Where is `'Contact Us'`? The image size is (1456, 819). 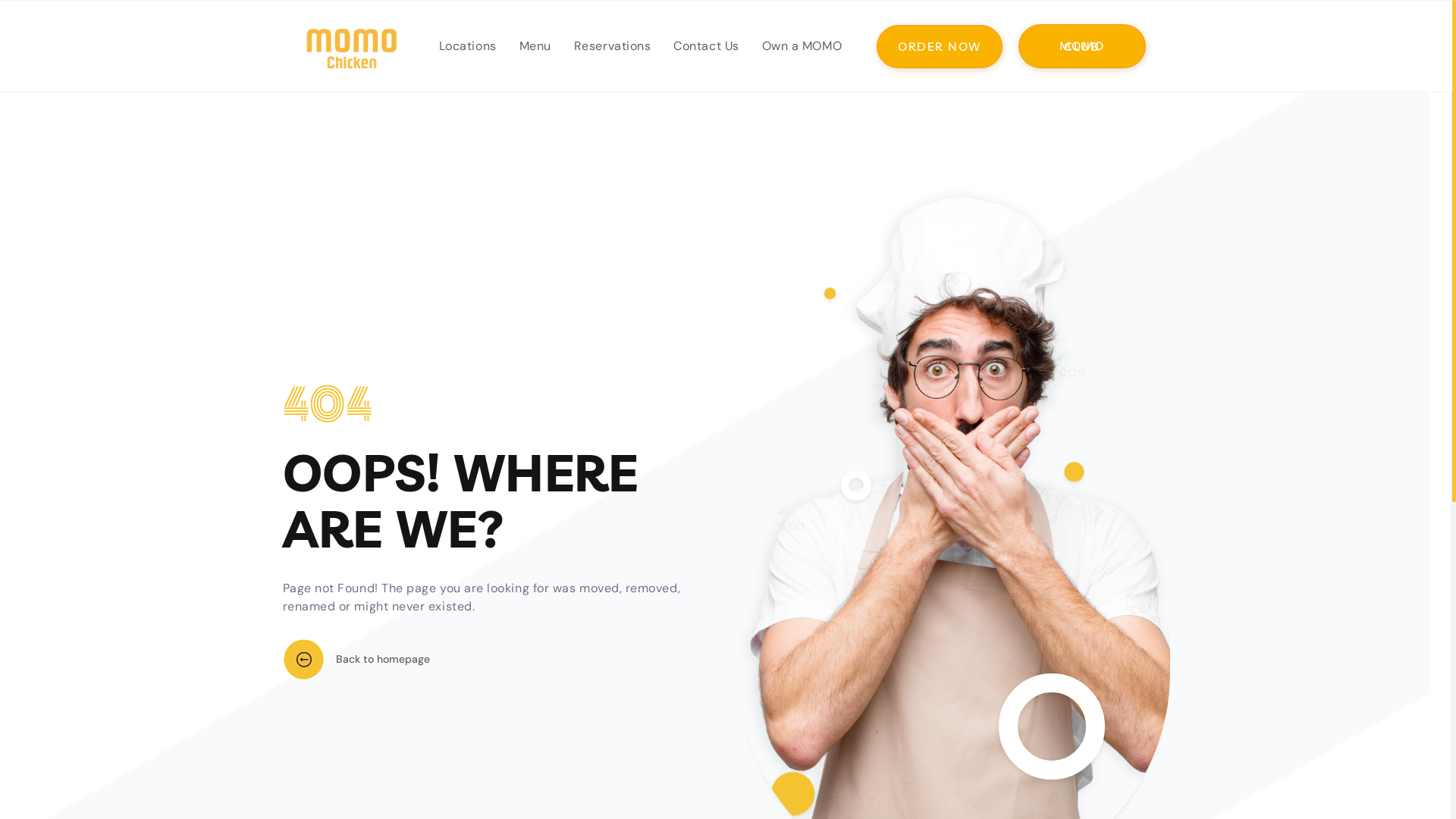
'Contact Us' is located at coordinates (662, 45).